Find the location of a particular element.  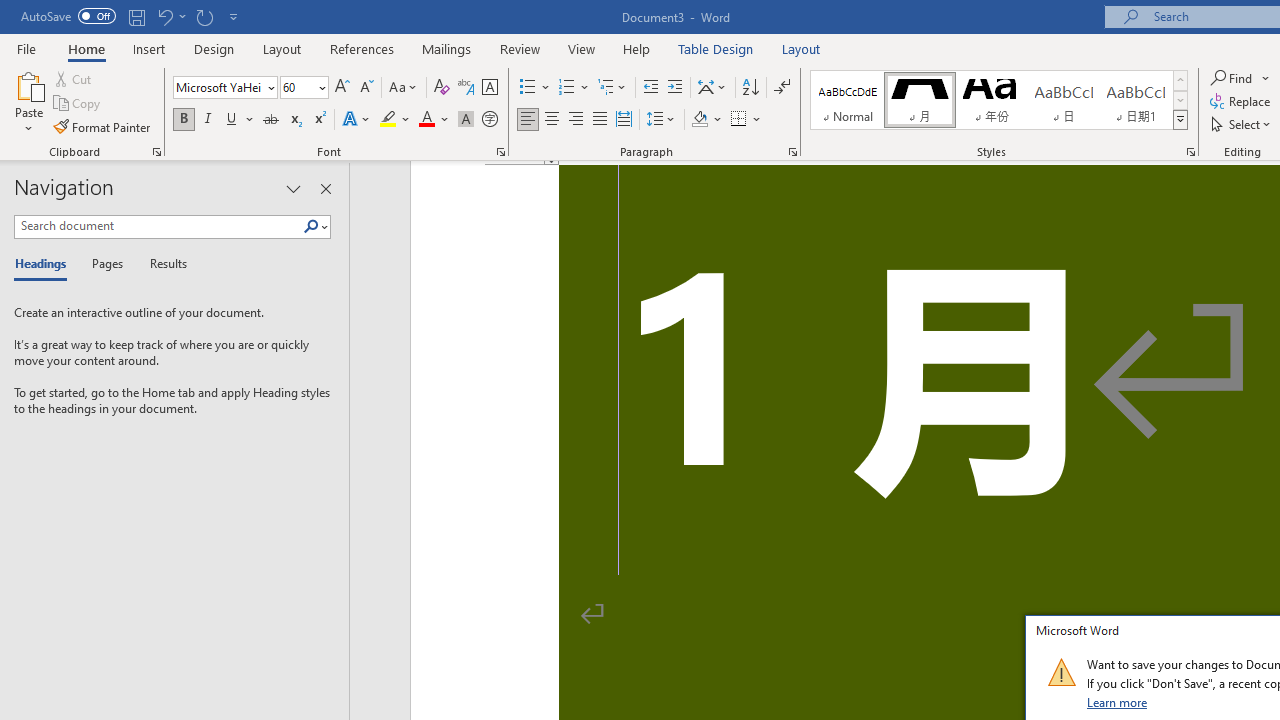

'Decrease Indent' is located at coordinates (650, 86).